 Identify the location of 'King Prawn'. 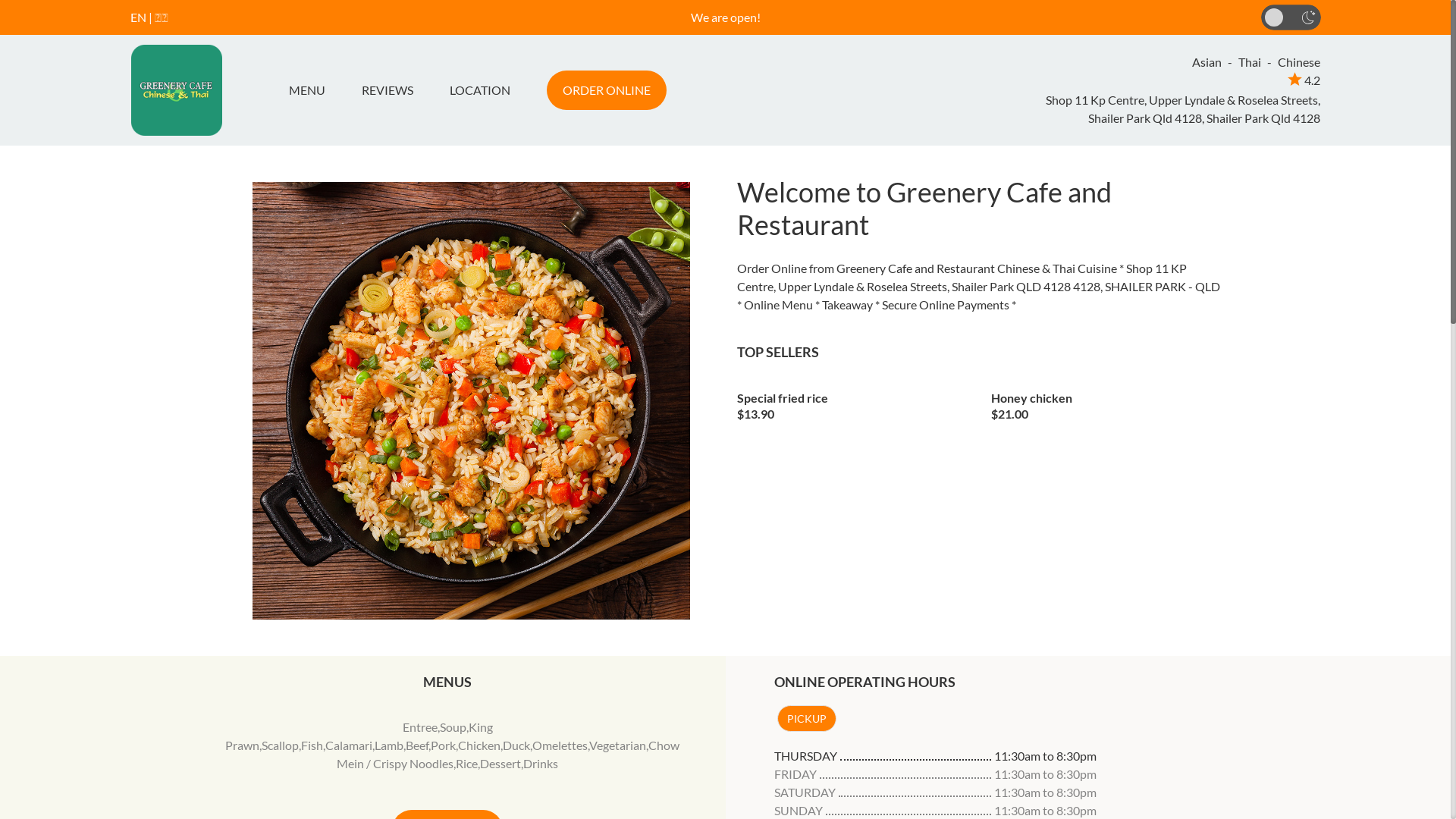
(358, 735).